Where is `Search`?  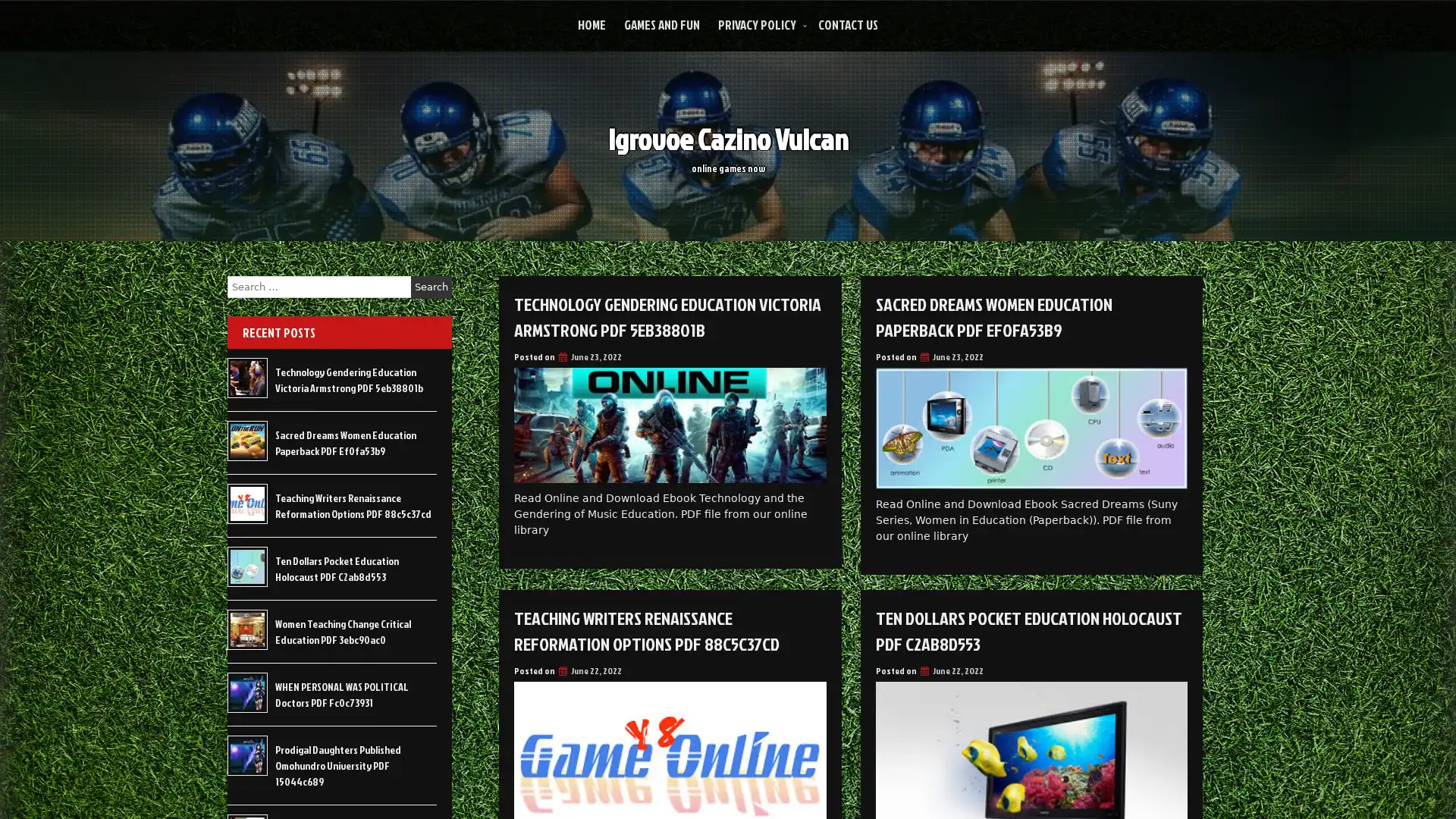
Search is located at coordinates (431, 287).